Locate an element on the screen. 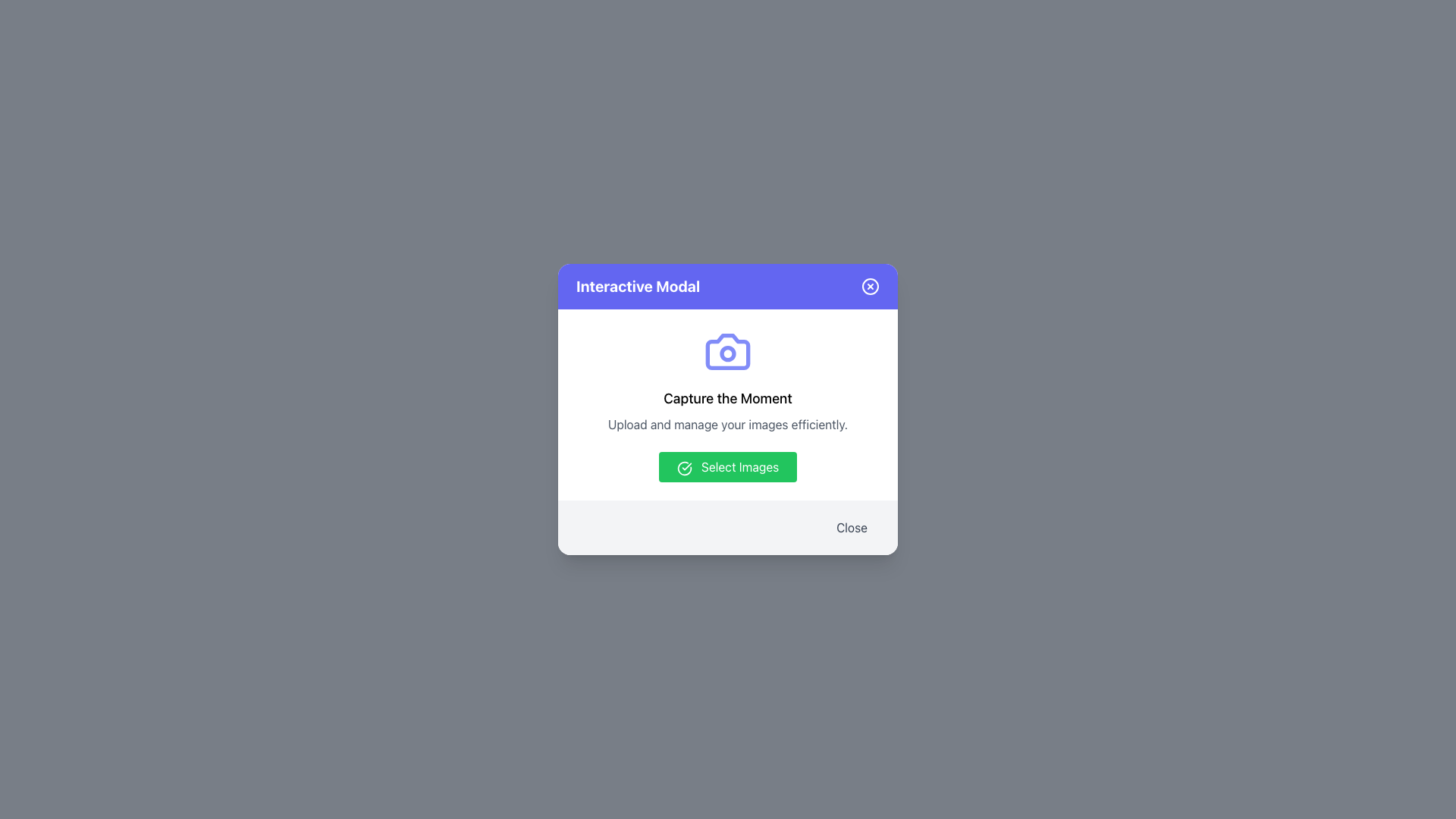  the static text label that provides a prompt for uploading and managing images, located above the 'Select Images' button is located at coordinates (728, 424).